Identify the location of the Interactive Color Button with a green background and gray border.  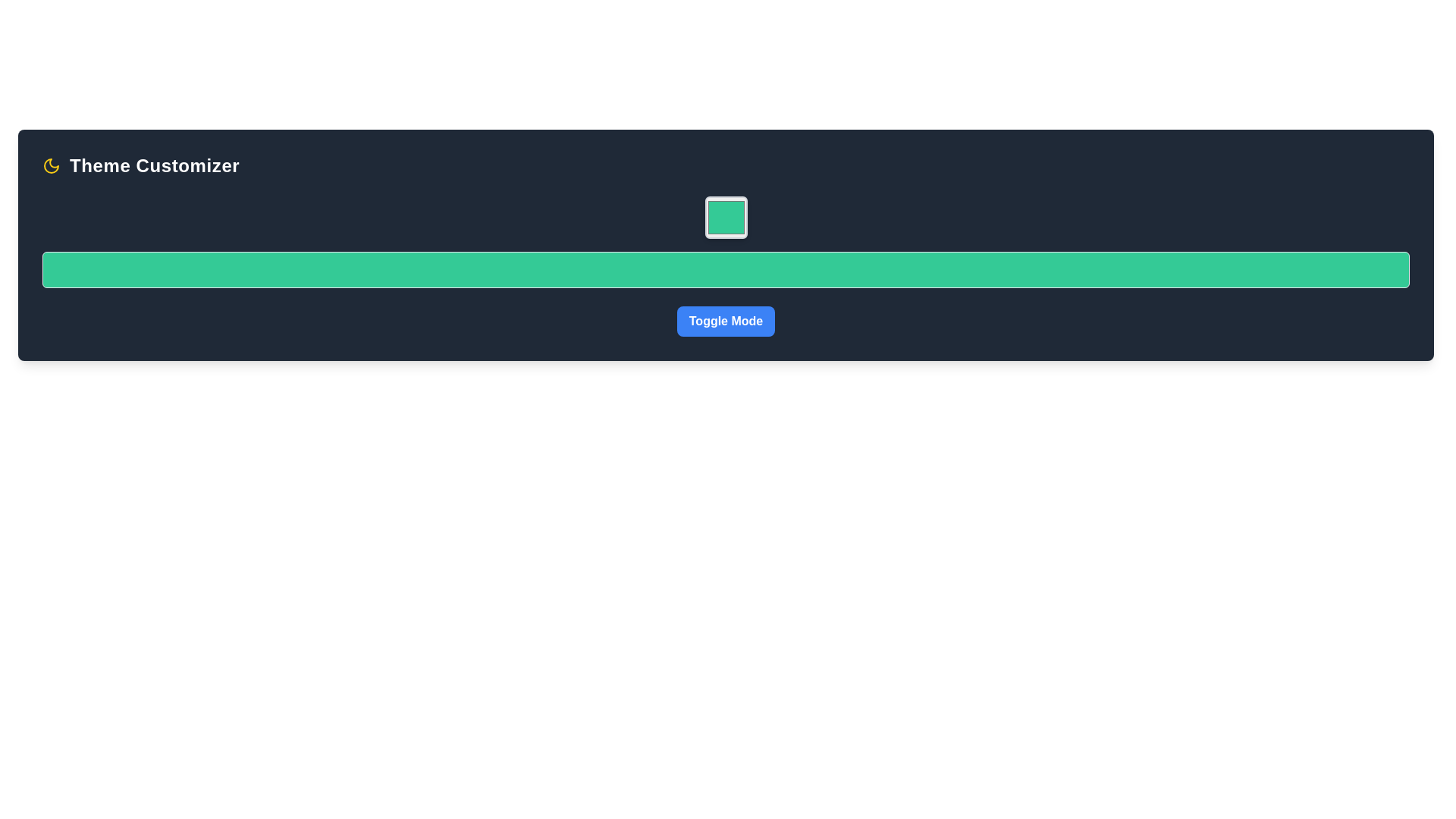
(725, 217).